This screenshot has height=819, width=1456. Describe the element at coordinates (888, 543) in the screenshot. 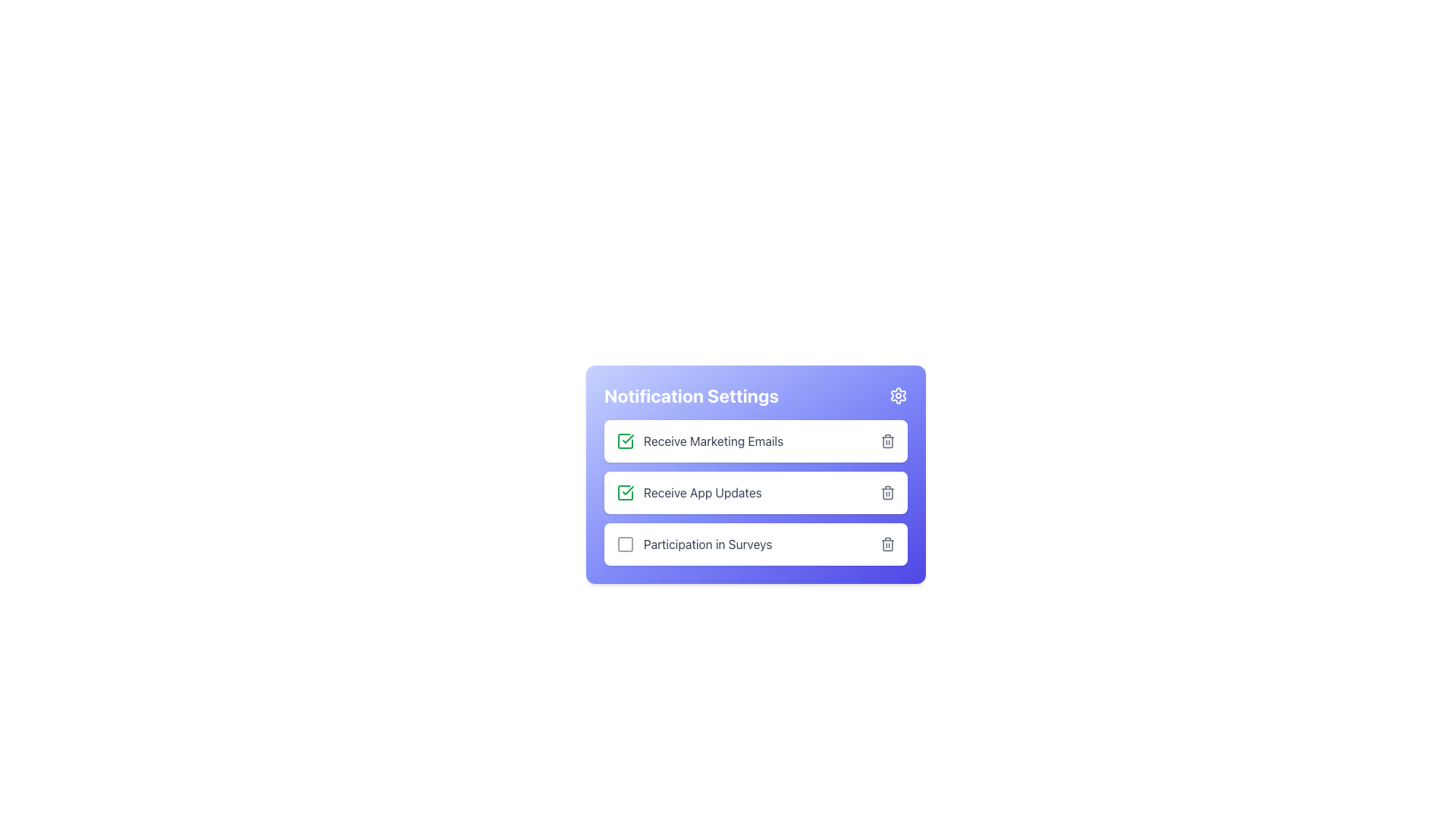

I see `the trash icon button` at that location.